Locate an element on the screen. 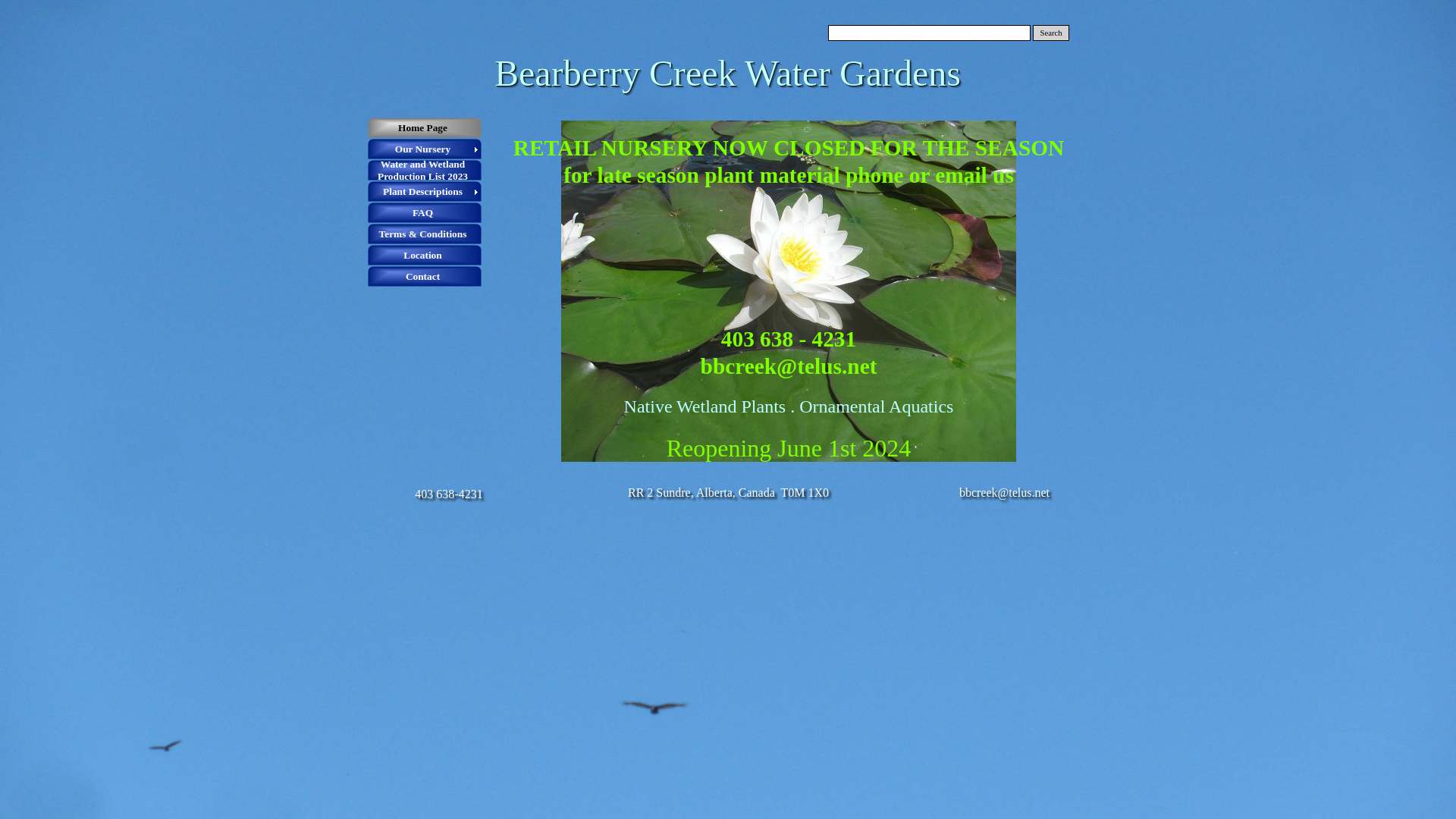 The height and width of the screenshot is (819, 1456). 'Search' is located at coordinates (1032, 33).